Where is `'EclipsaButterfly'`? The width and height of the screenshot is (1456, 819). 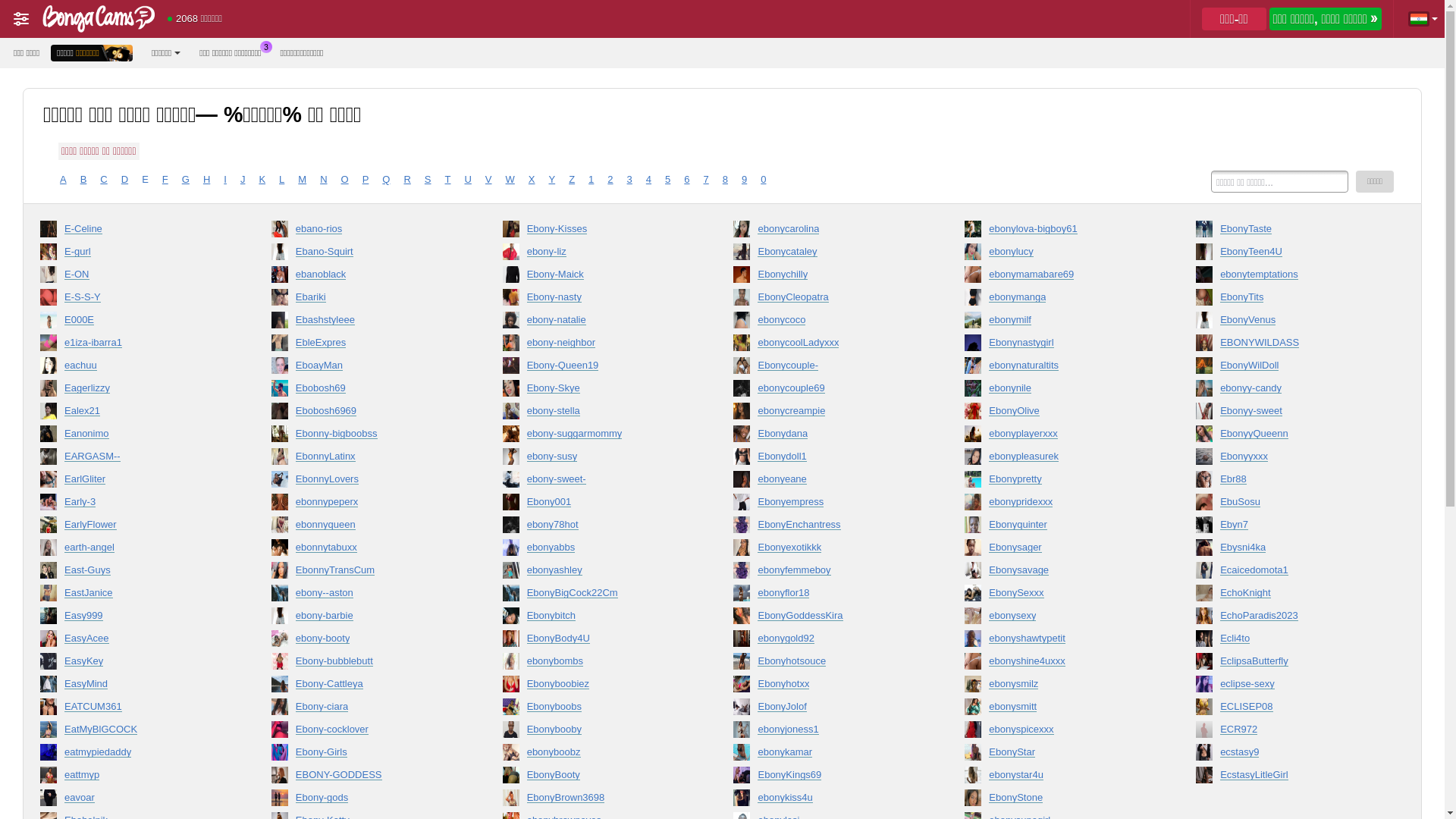 'EclipsaButterfly' is located at coordinates (1288, 663).